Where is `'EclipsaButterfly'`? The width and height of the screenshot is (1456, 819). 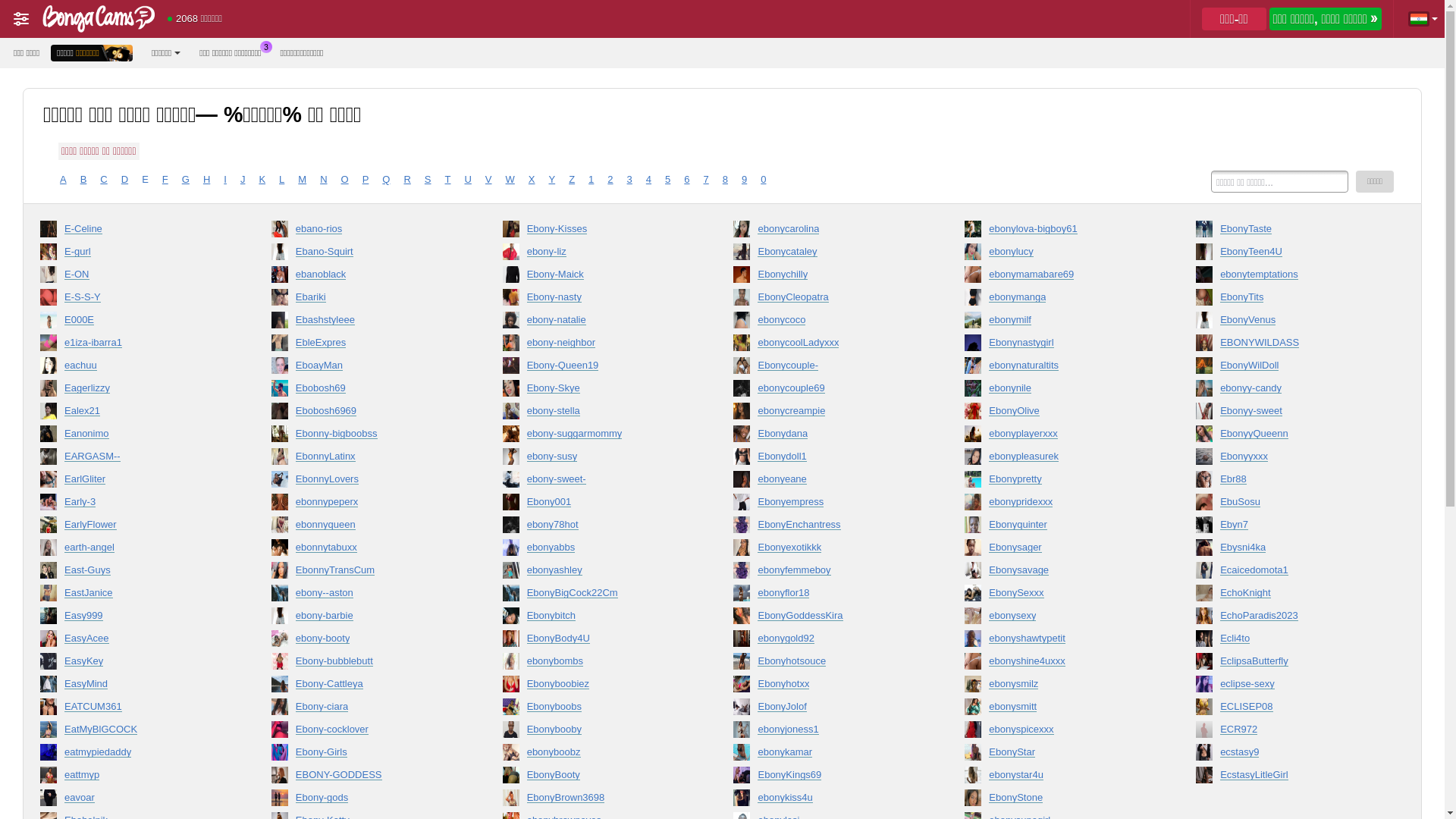 'EclipsaButterfly' is located at coordinates (1288, 663).